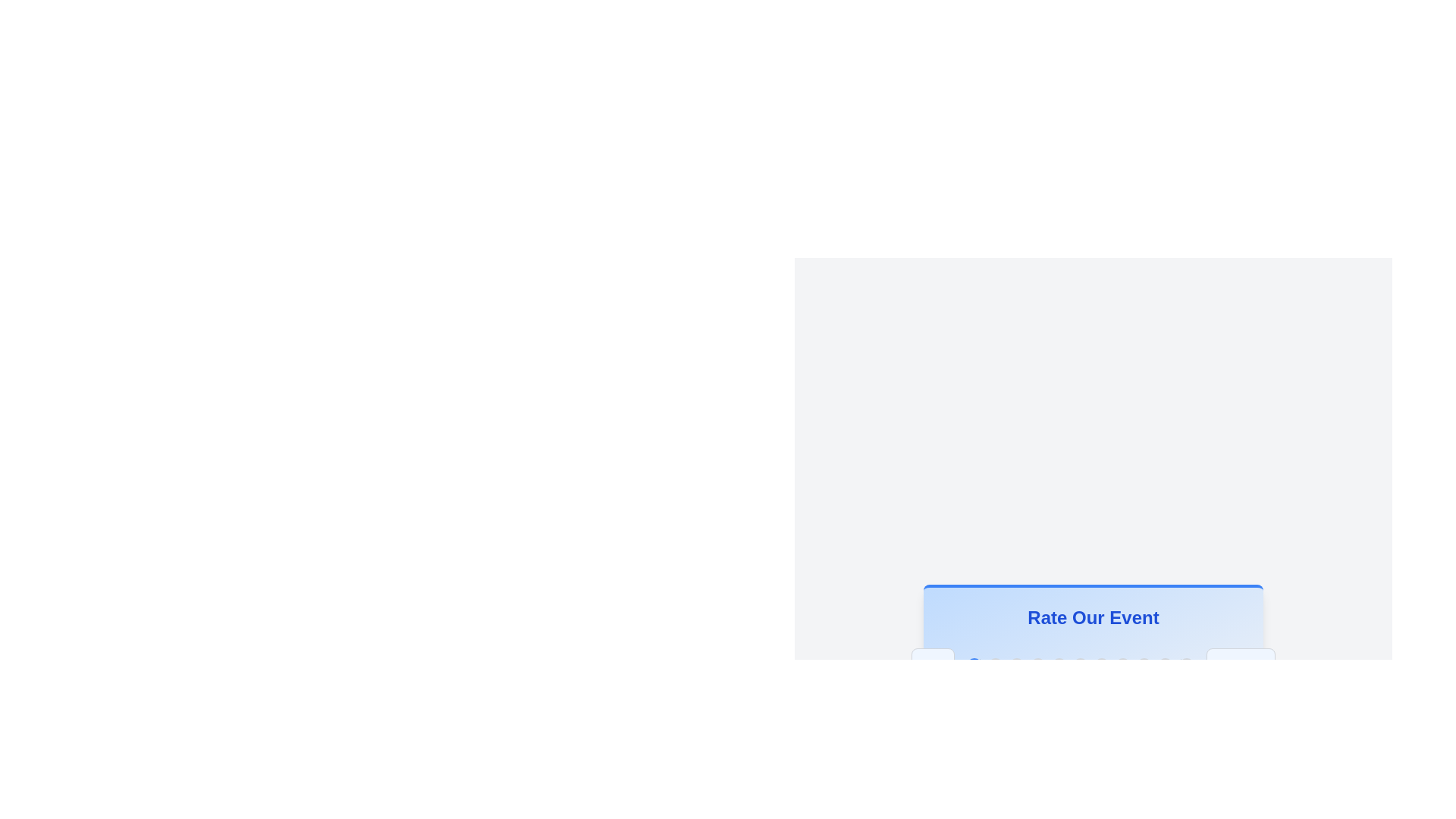 The image size is (1456, 819). I want to click on the title text element that serves as the heading for the rating section, which is centrally aligned at the top of the card-like structure, so click(1093, 617).